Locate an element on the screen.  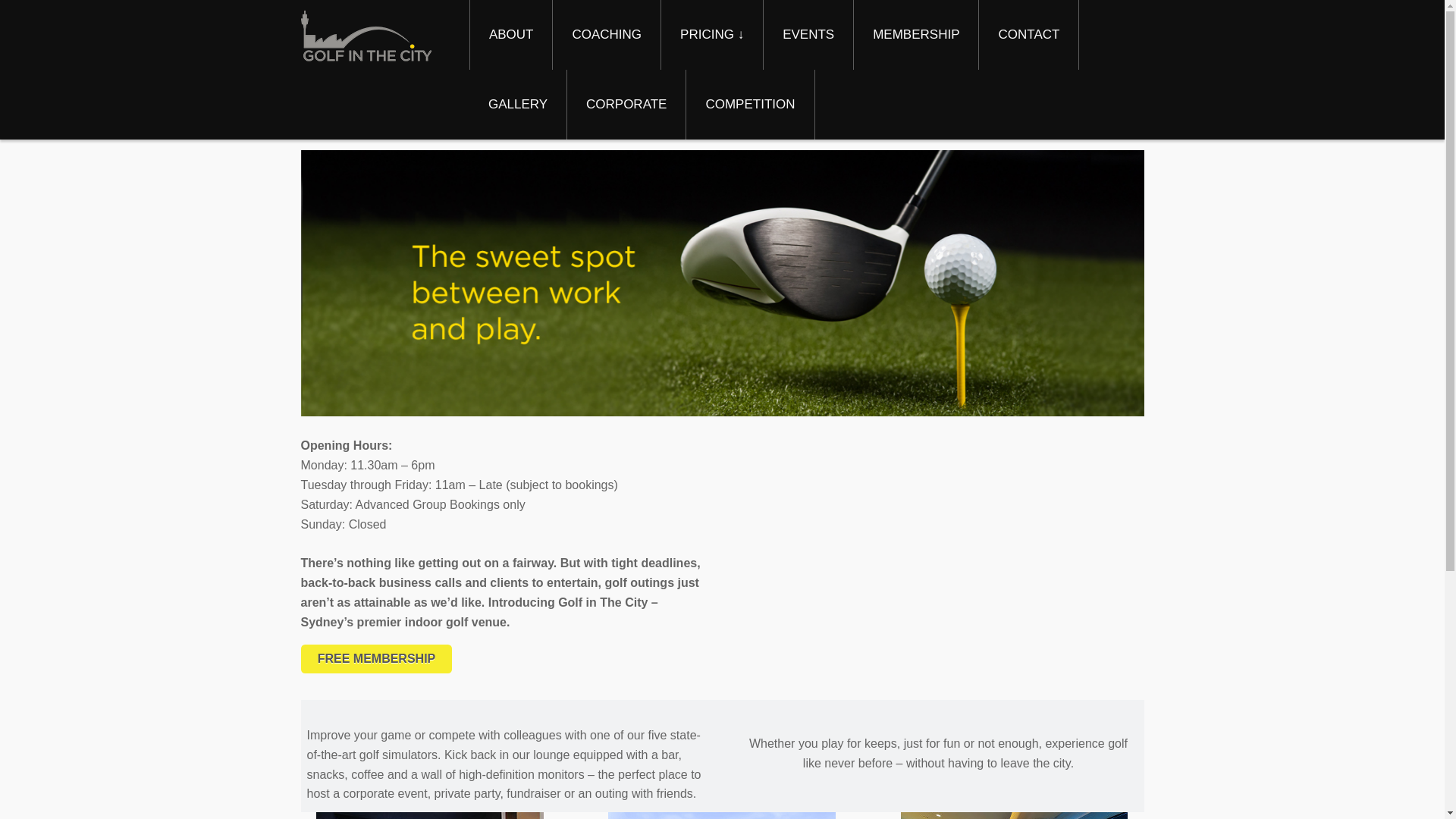
'GALLERY' is located at coordinates (517, 104).